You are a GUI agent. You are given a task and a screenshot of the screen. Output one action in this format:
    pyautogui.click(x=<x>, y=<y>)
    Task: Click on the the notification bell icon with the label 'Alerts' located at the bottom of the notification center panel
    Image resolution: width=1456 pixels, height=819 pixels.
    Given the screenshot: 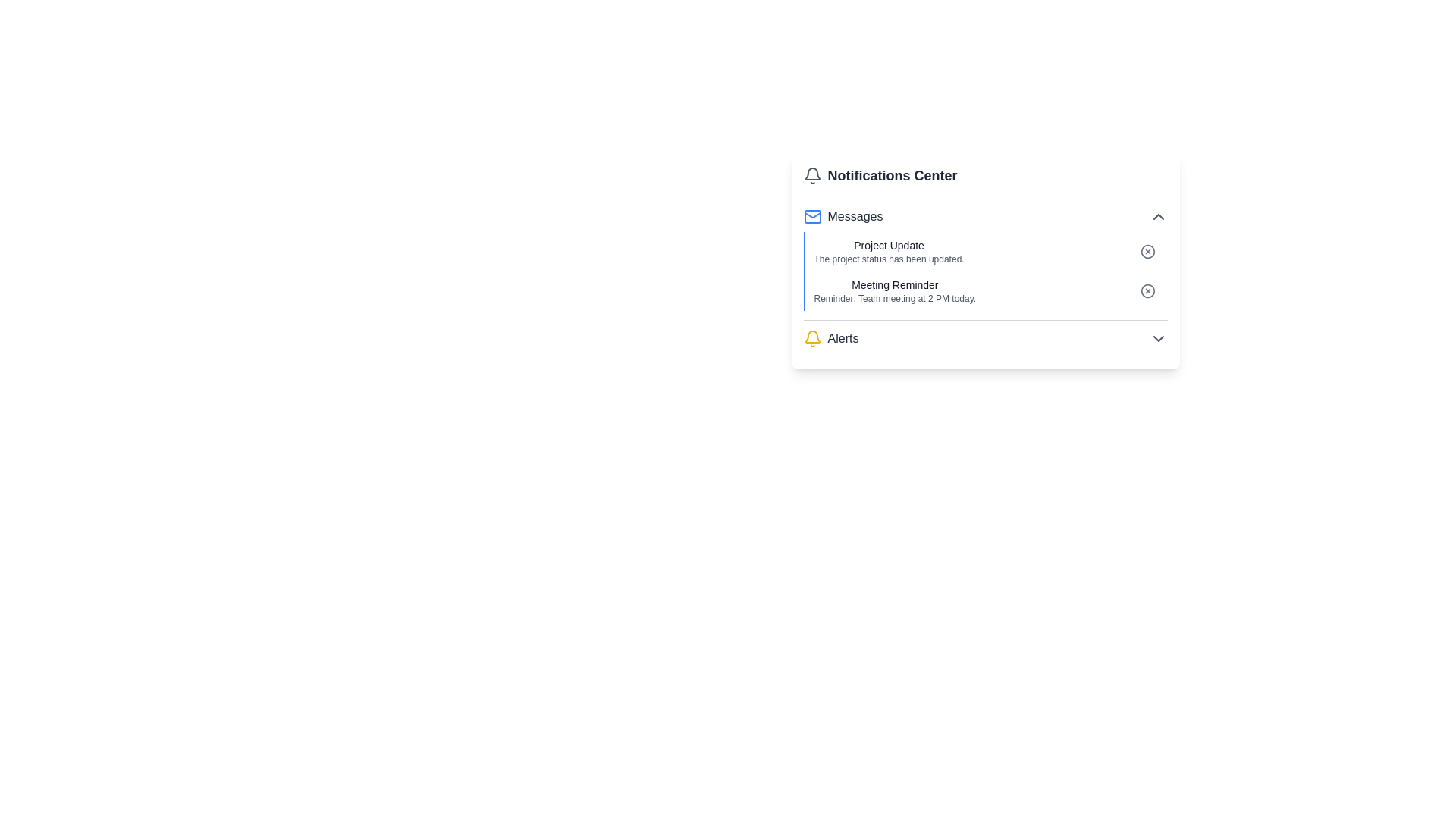 What is the action you would take?
    pyautogui.click(x=830, y=338)
    